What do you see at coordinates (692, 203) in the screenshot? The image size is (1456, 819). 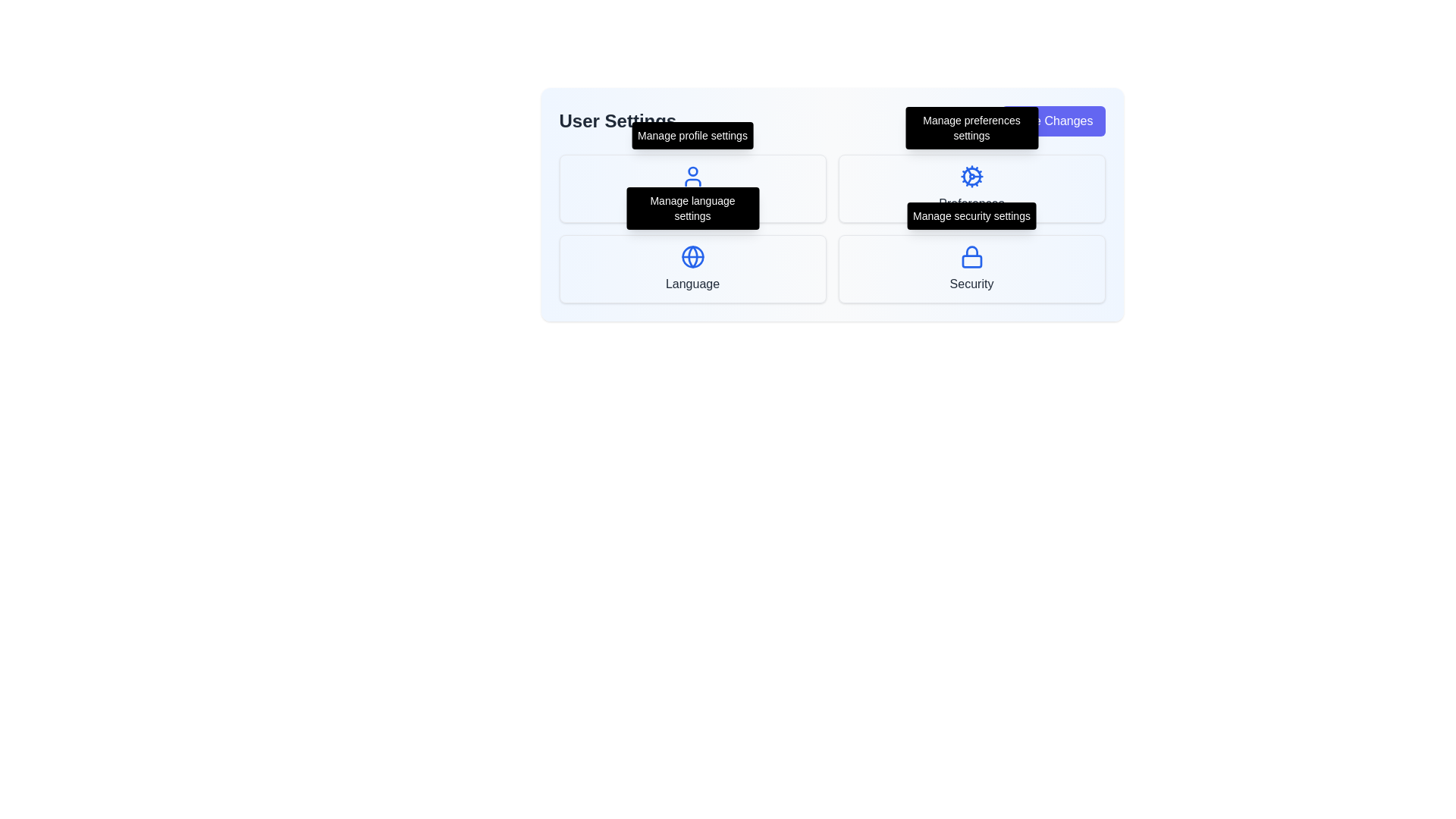 I see `the Text Label that identifies the user profile settings section, which is located in the top-left quadrant of the grid layout, horizontally centered below the user icon` at bounding box center [692, 203].